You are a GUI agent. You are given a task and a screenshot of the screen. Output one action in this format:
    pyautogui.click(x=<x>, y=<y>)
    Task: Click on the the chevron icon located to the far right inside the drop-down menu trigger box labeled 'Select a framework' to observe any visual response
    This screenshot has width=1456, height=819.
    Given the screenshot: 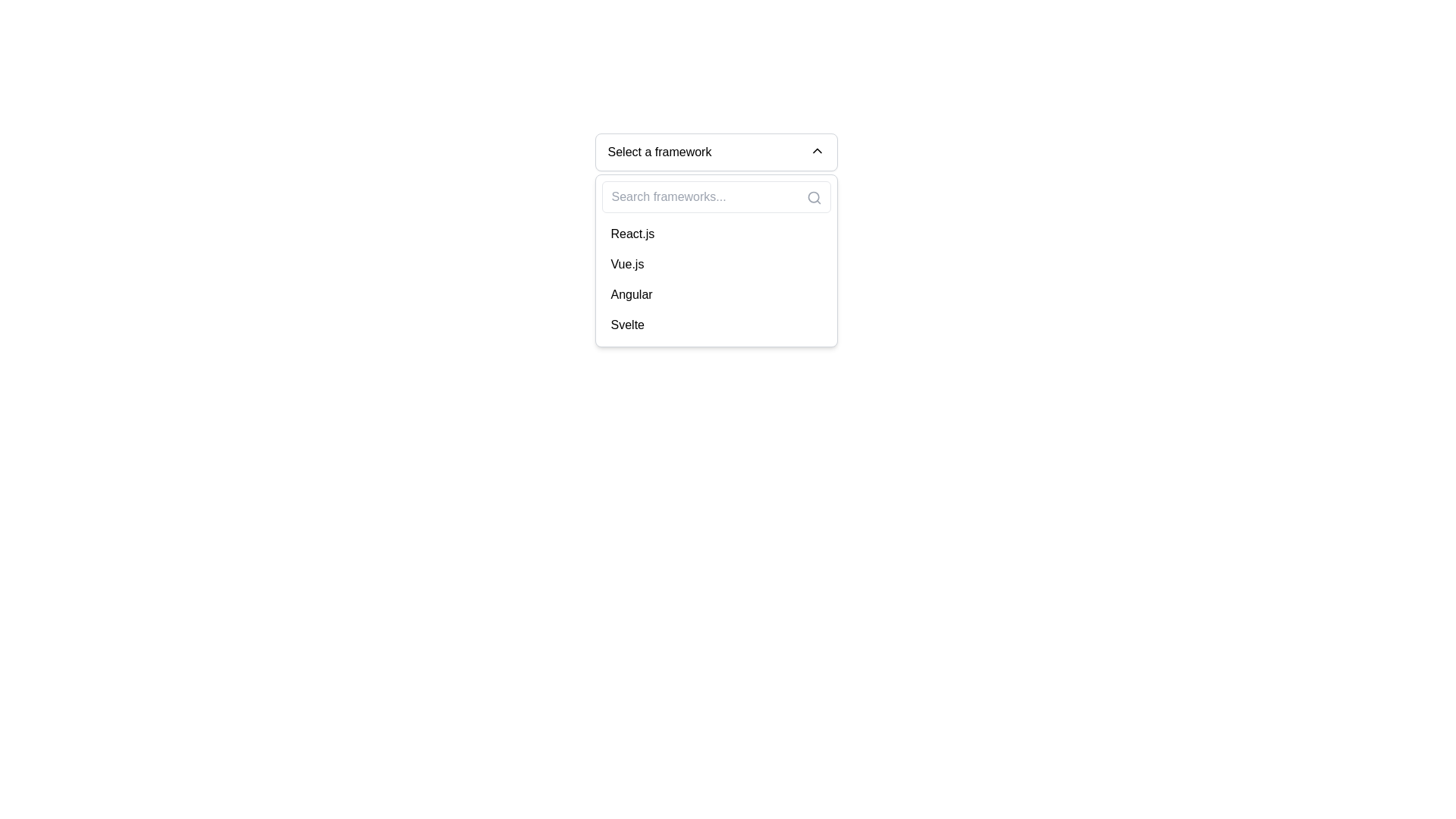 What is the action you would take?
    pyautogui.click(x=816, y=151)
    